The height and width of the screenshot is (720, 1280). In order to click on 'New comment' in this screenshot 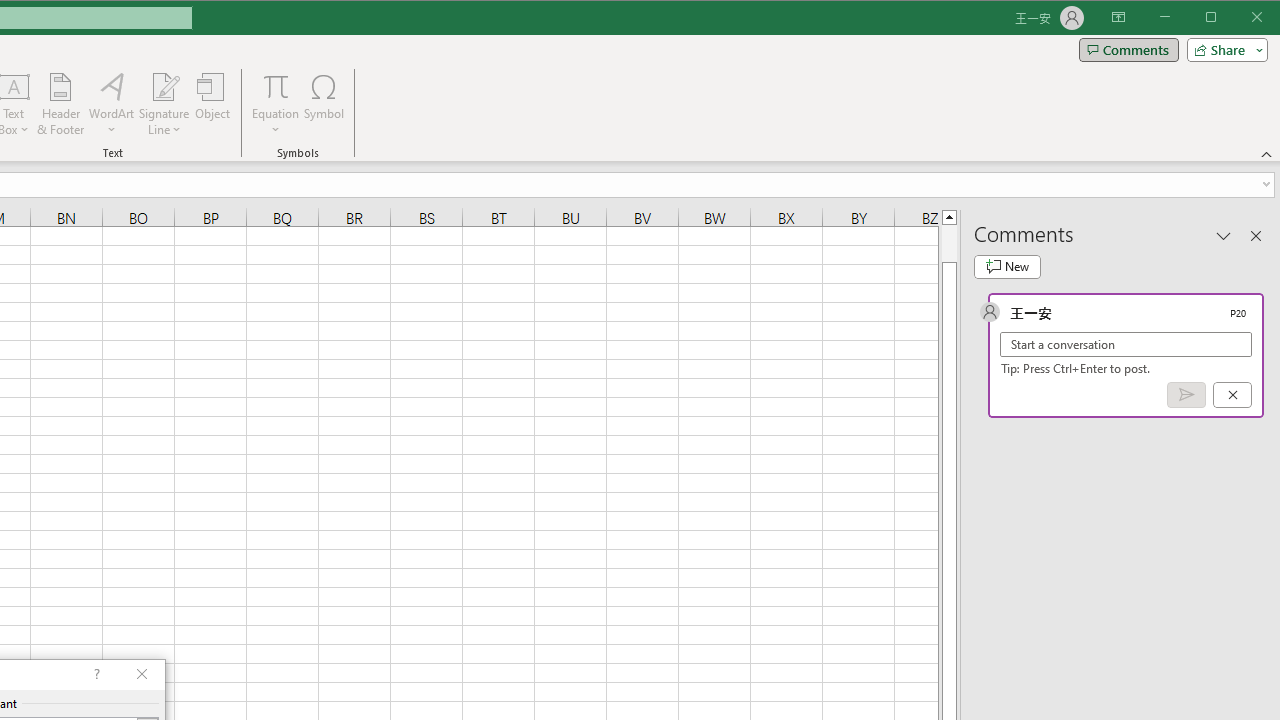, I will do `click(1007, 266)`.